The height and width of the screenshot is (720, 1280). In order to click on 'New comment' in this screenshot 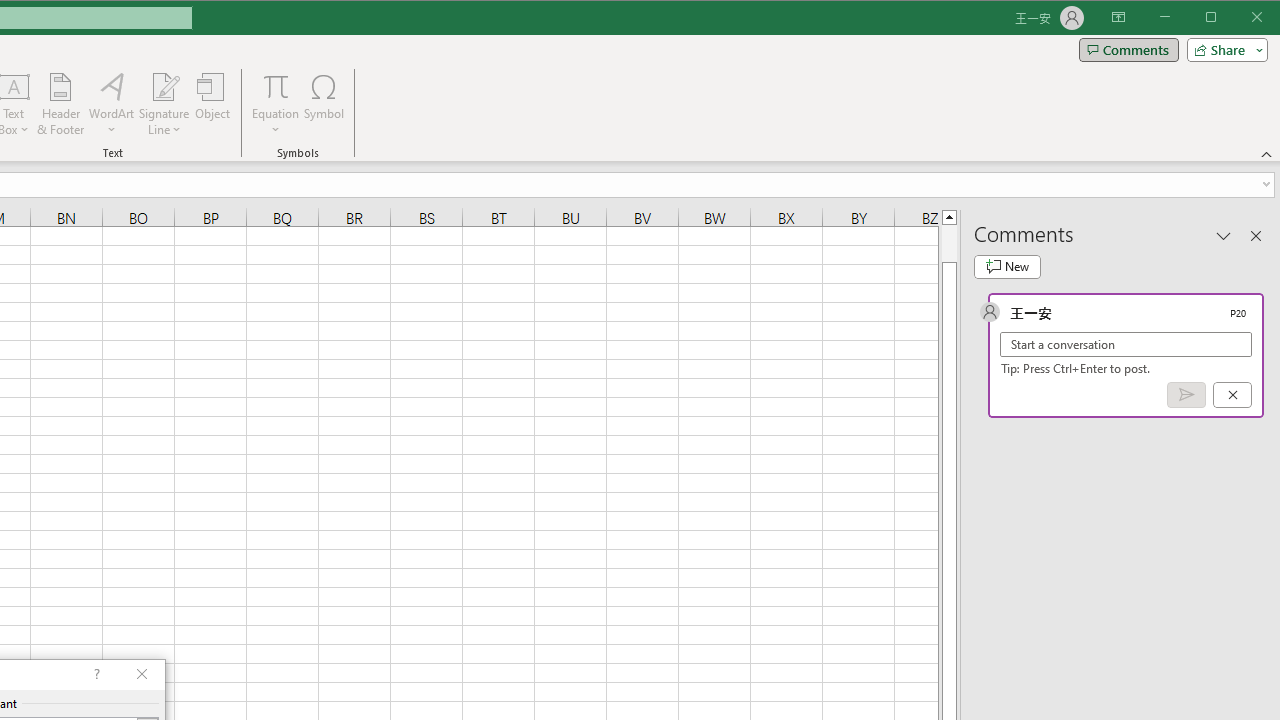, I will do `click(1007, 266)`.